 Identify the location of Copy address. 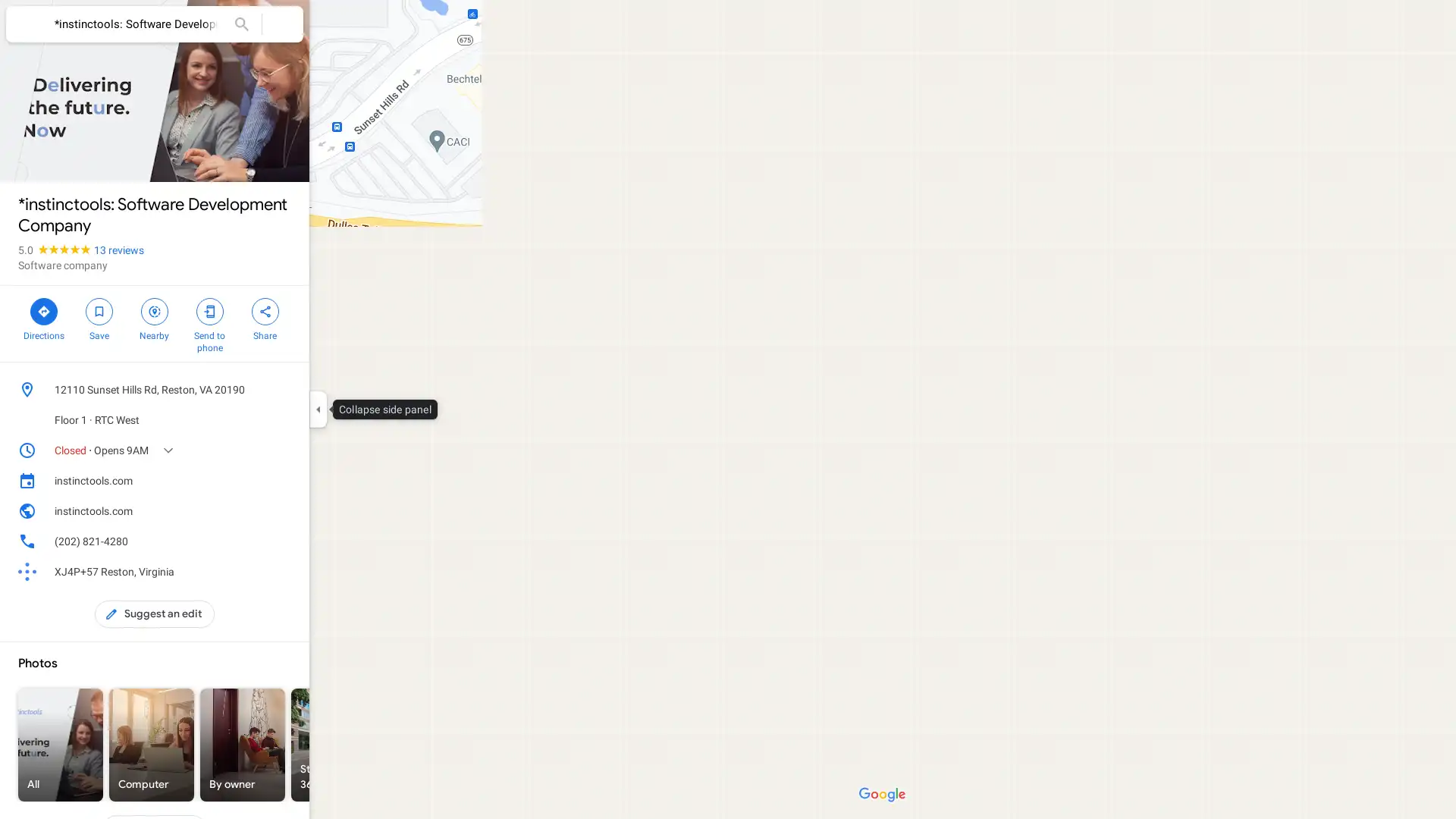
(284, 388).